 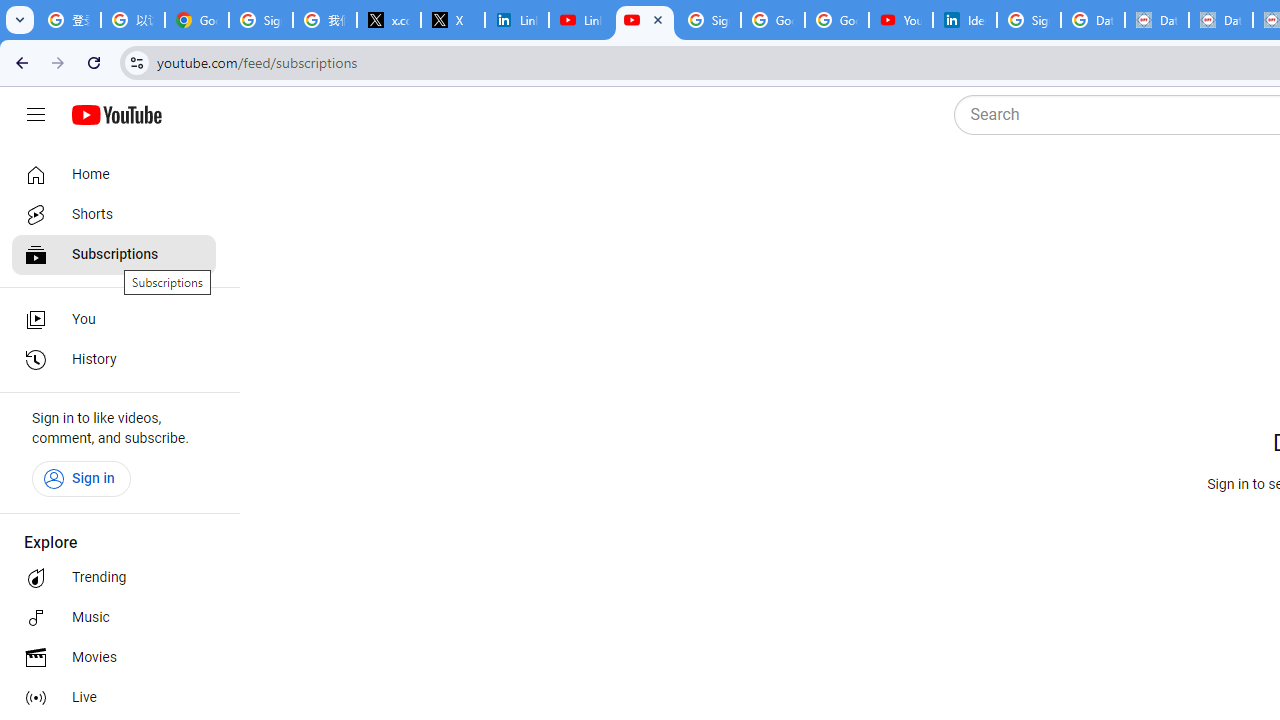 What do you see at coordinates (112, 214) in the screenshot?
I see `'Shorts'` at bounding box center [112, 214].